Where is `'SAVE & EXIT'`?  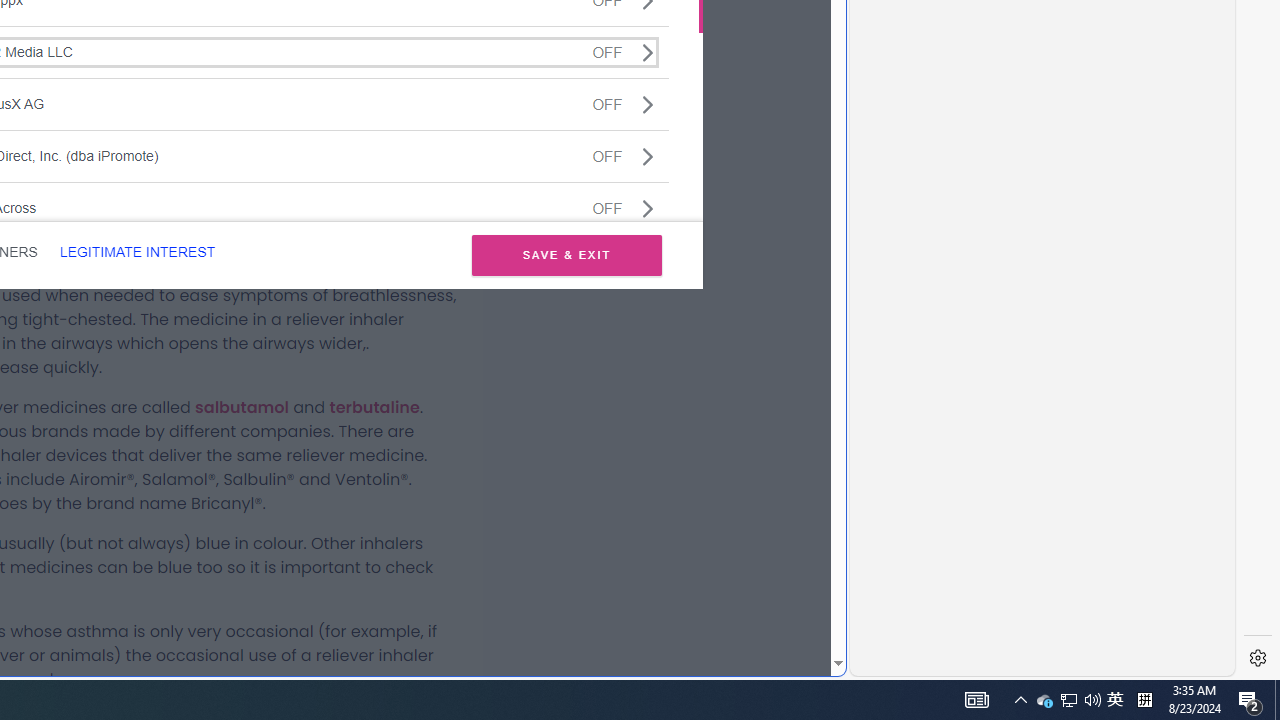
'SAVE & EXIT' is located at coordinates (566, 254).